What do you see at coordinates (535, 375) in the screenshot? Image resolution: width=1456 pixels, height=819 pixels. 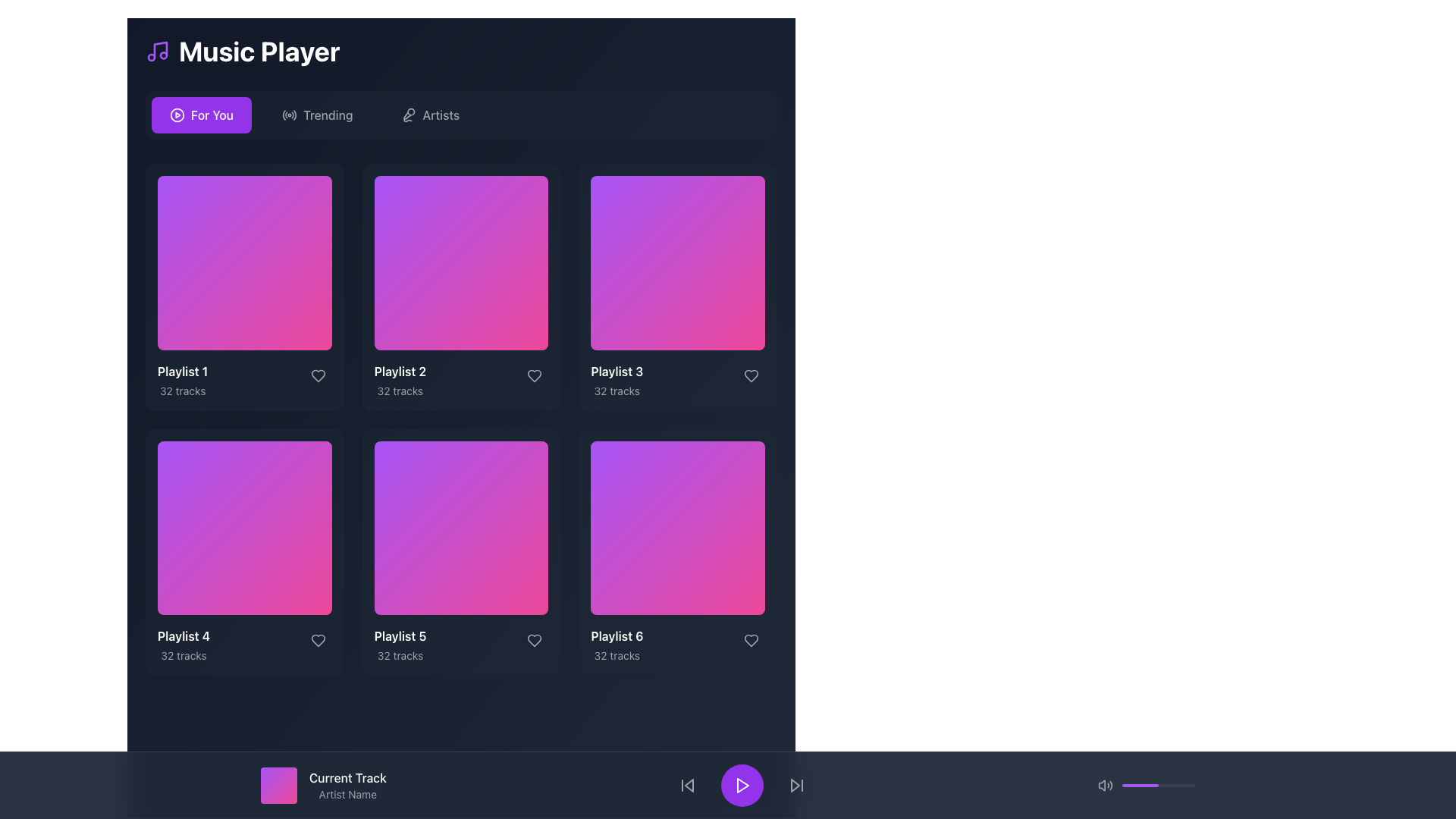 I see `the heart-shaped button associated with 'Playlist 2'` at bounding box center [535, 375].